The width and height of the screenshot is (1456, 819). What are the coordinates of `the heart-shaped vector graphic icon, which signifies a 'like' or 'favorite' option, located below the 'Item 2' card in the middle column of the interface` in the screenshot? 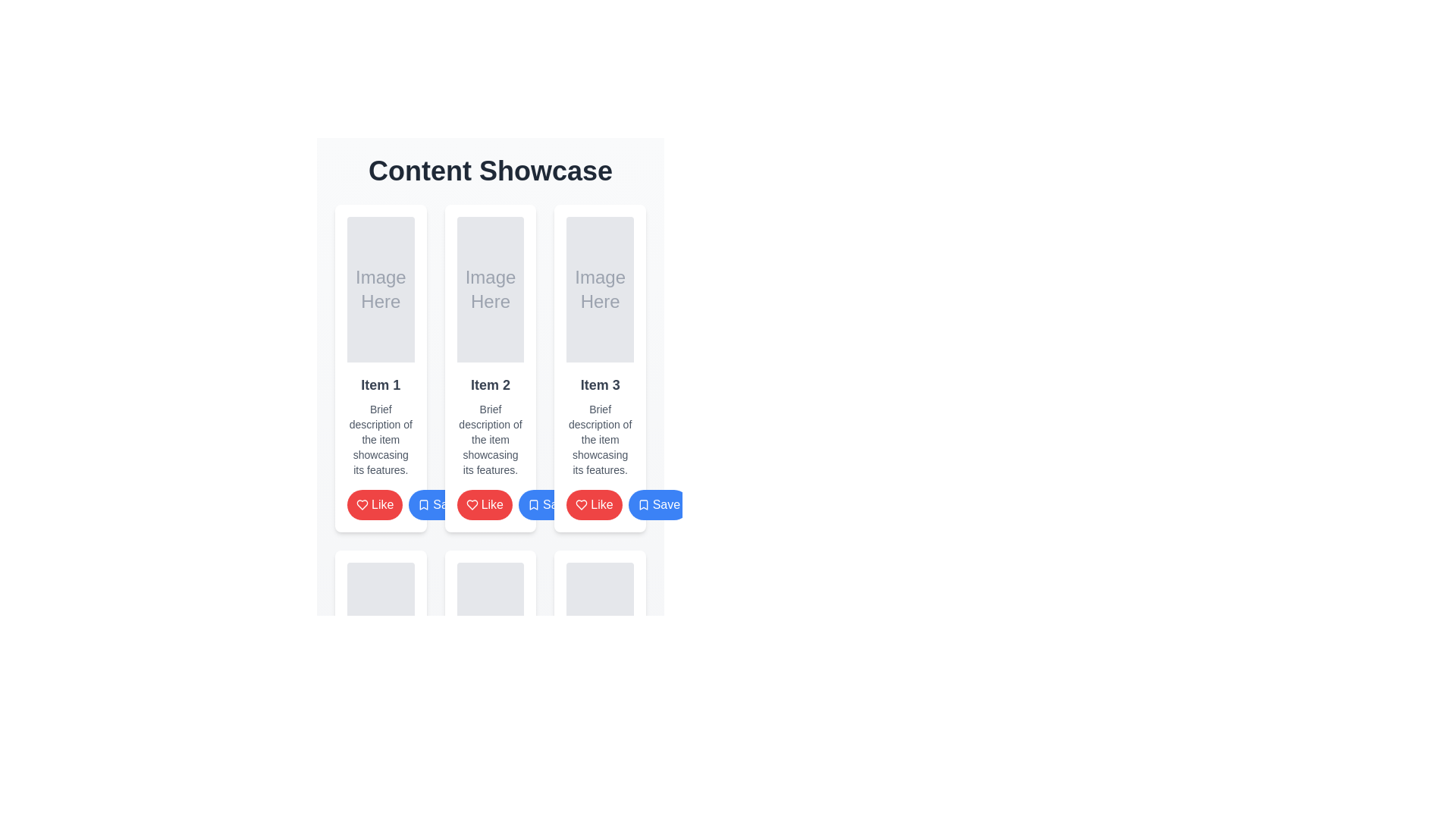 It's located at (362, 505).